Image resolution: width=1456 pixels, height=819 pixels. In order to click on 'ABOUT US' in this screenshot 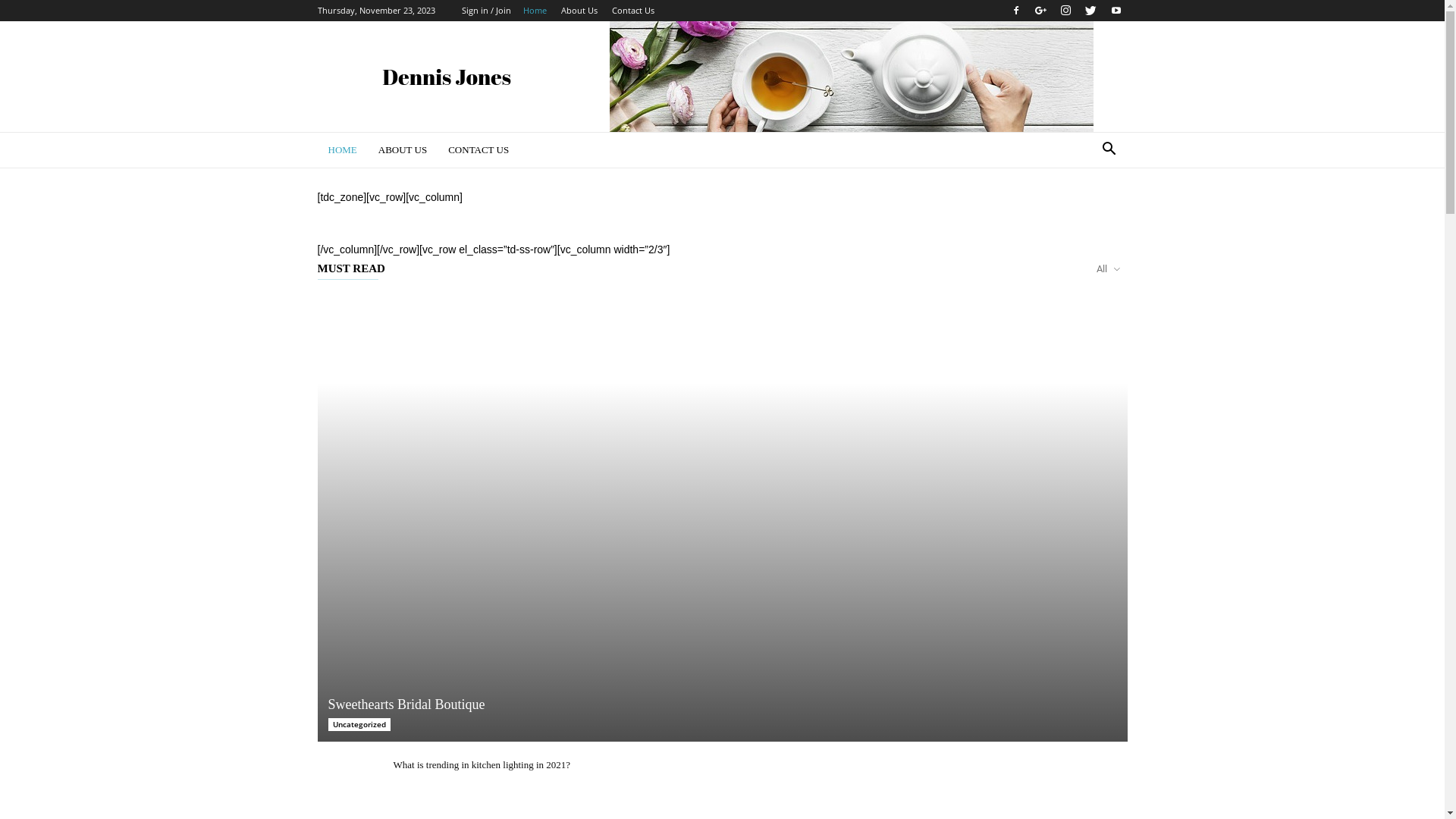, I will do `click(403, 149)`.